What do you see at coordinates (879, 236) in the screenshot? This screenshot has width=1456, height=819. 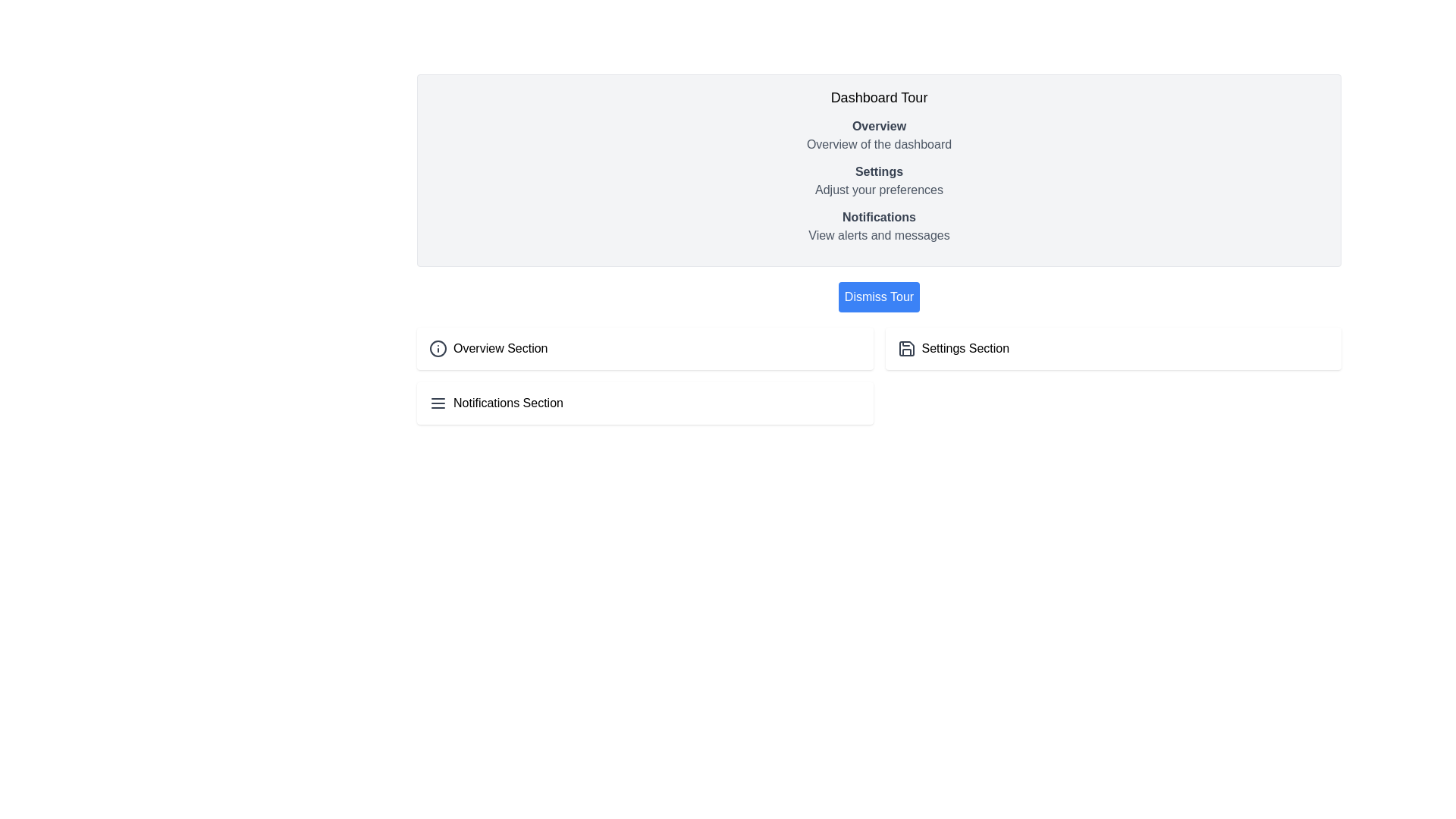 I see `the text label that reads 'View alerts and messages', which is styled with the 'text-gray-600' class and located below the 'Notifications' header` at bounding box center [879, 236].